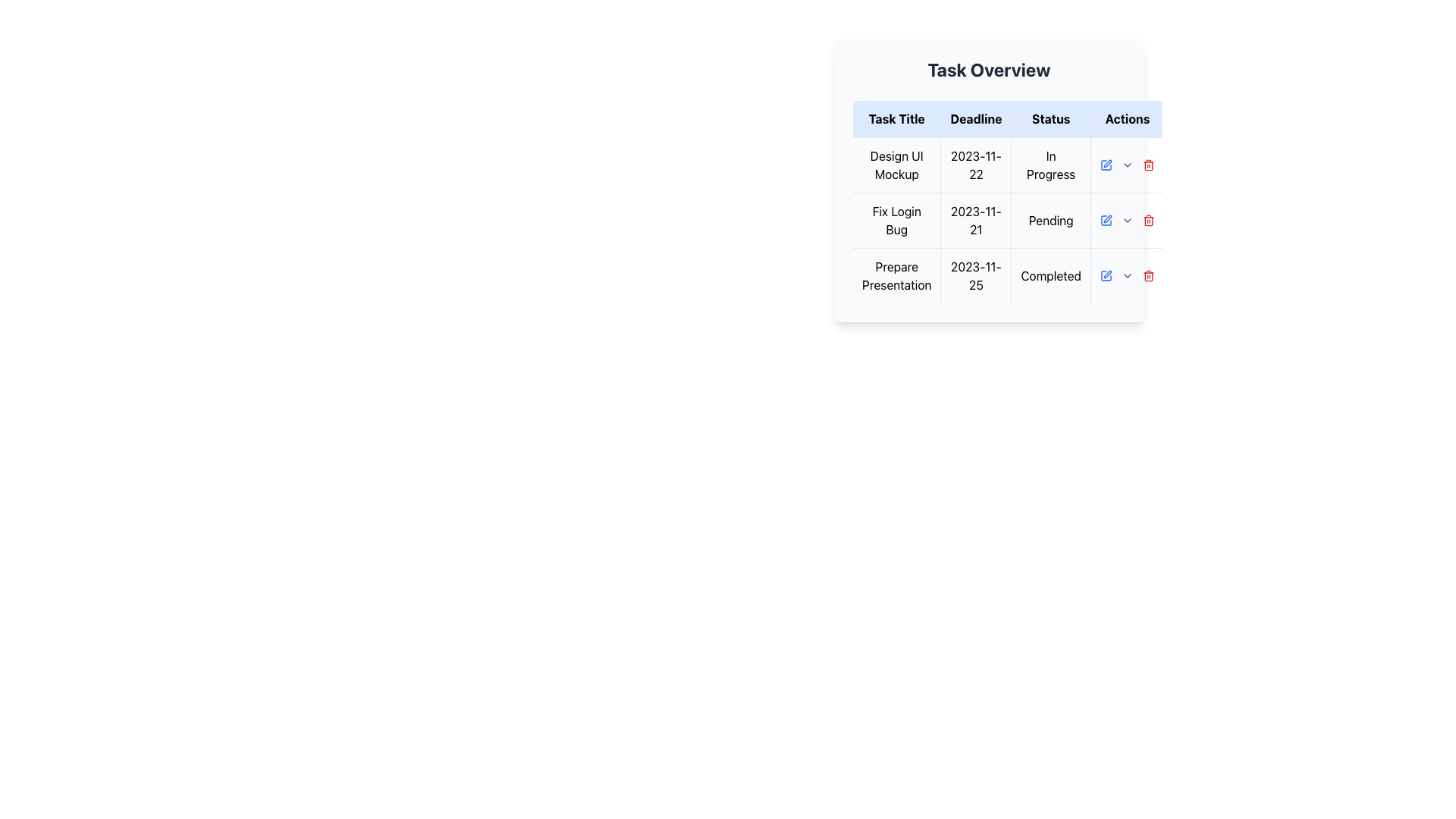  I want to click on the delete icon button located in the Actions column of the third row in the table, so click(1149, 275).